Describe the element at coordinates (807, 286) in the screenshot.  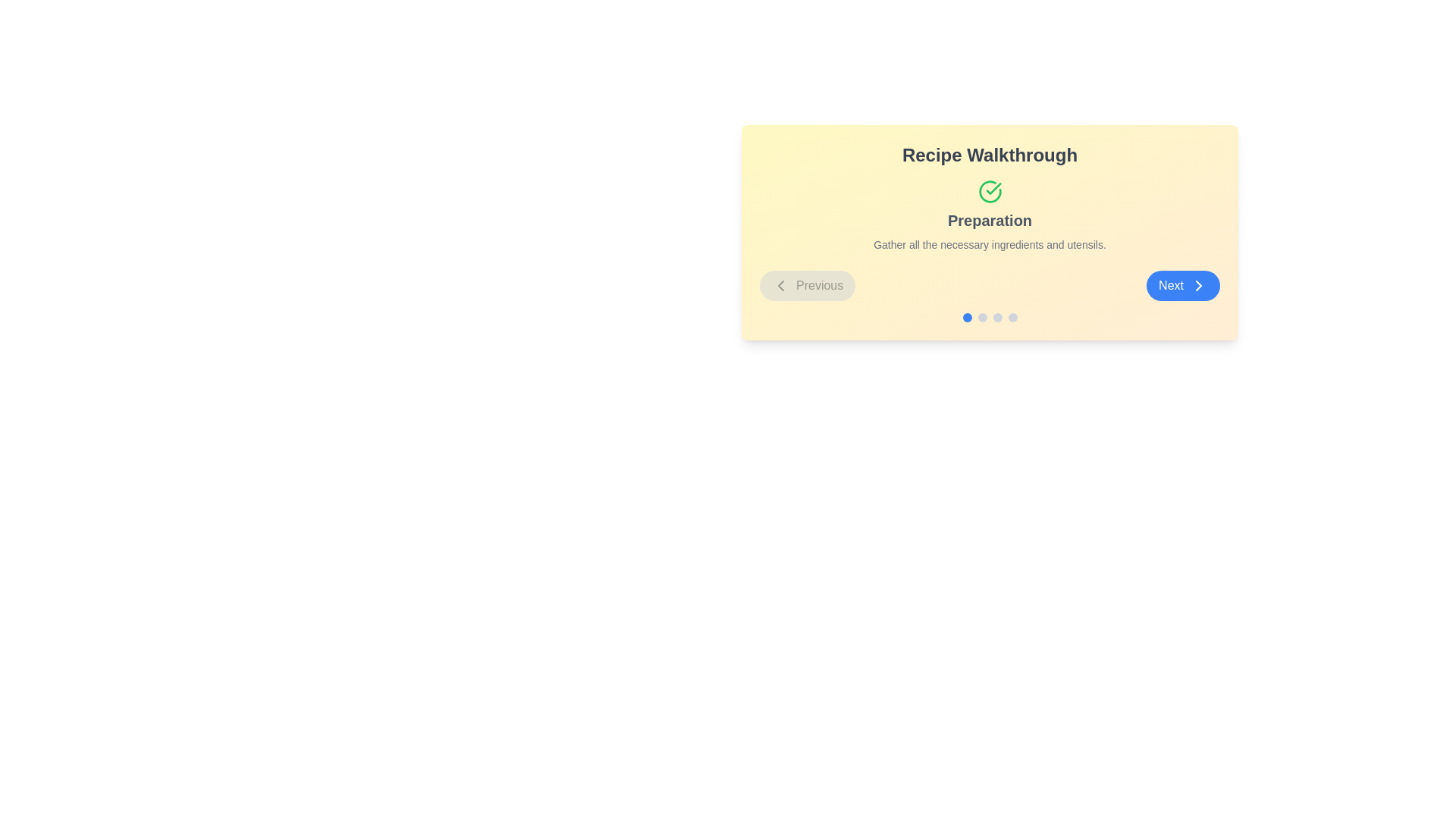
I see `the 'Previous' button located on the left side of the navigation control section at the bottom of the 'Recipe Walkthrough' card` at that location.